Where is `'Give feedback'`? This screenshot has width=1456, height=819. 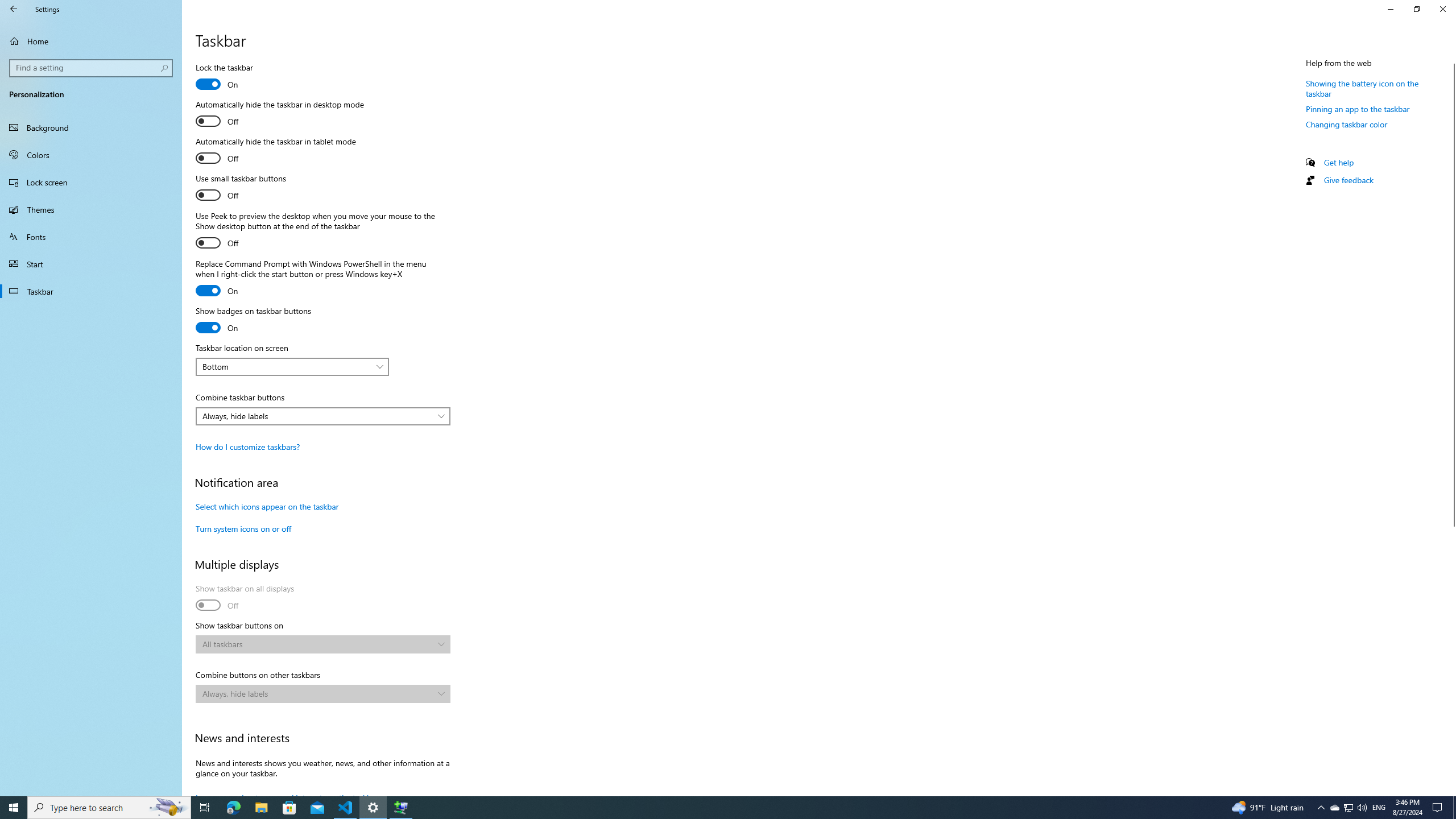
'Give feedback' is located at coordinates (1347, 179).